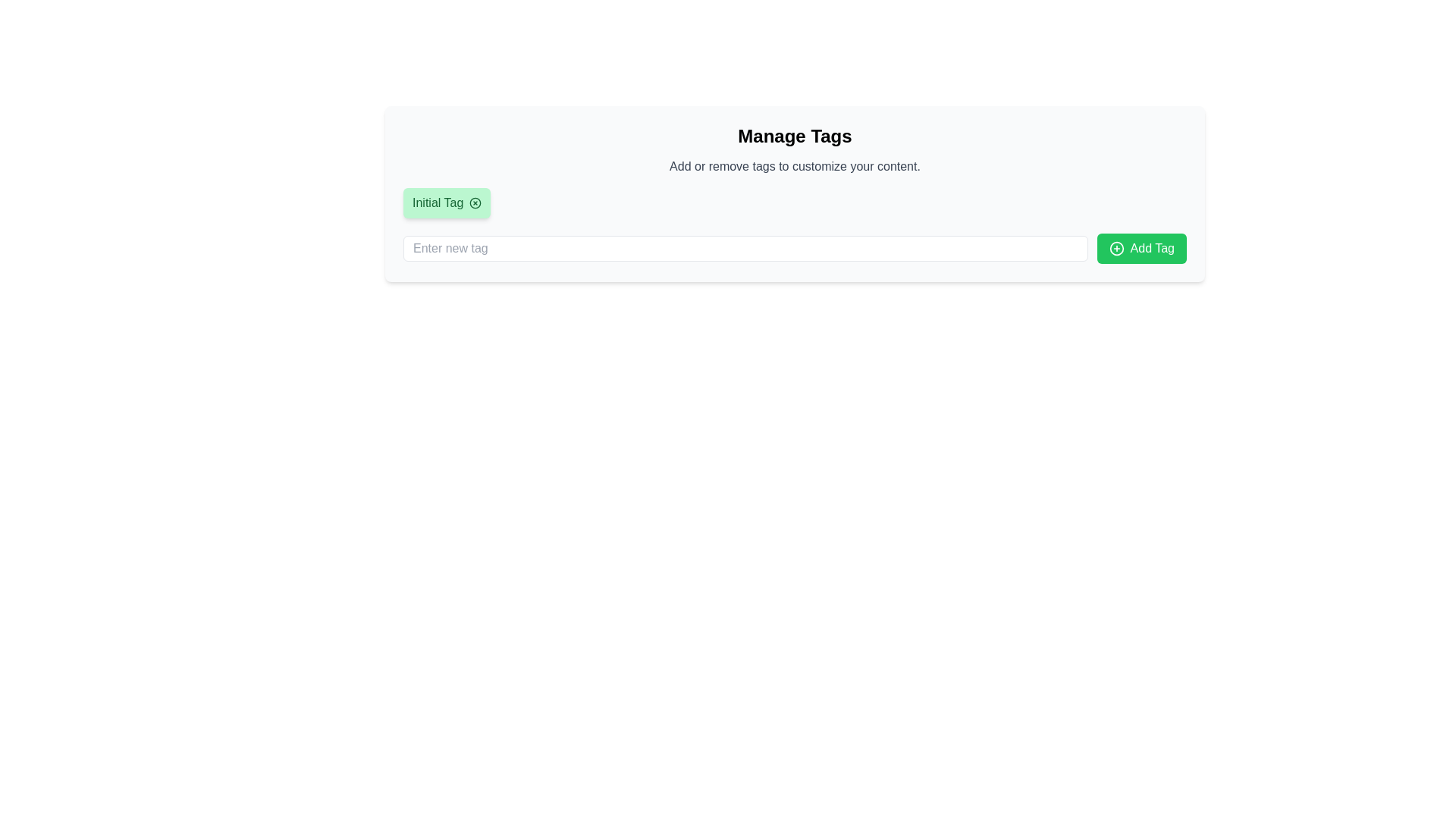 This screenshot has height=819, width=1456. What do you see at coordinates (1116, 247) in the screenshot?
I see `the circular SVG icon representing the 'Add Tag' button located at the bottom right of the panel` at bounding box center [1116, 247].